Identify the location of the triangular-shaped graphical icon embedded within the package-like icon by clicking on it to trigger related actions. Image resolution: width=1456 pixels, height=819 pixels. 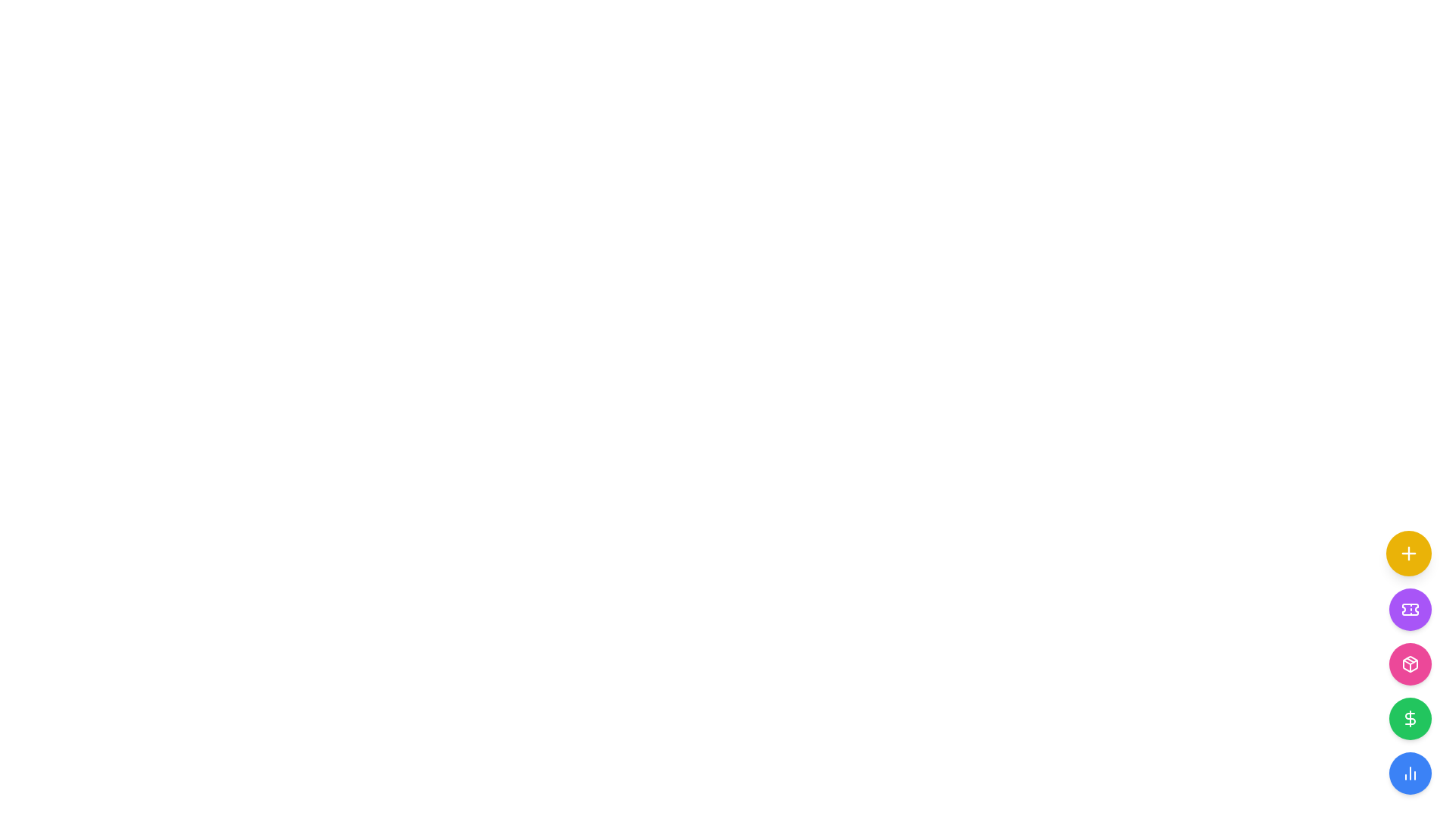
(1410, 661).